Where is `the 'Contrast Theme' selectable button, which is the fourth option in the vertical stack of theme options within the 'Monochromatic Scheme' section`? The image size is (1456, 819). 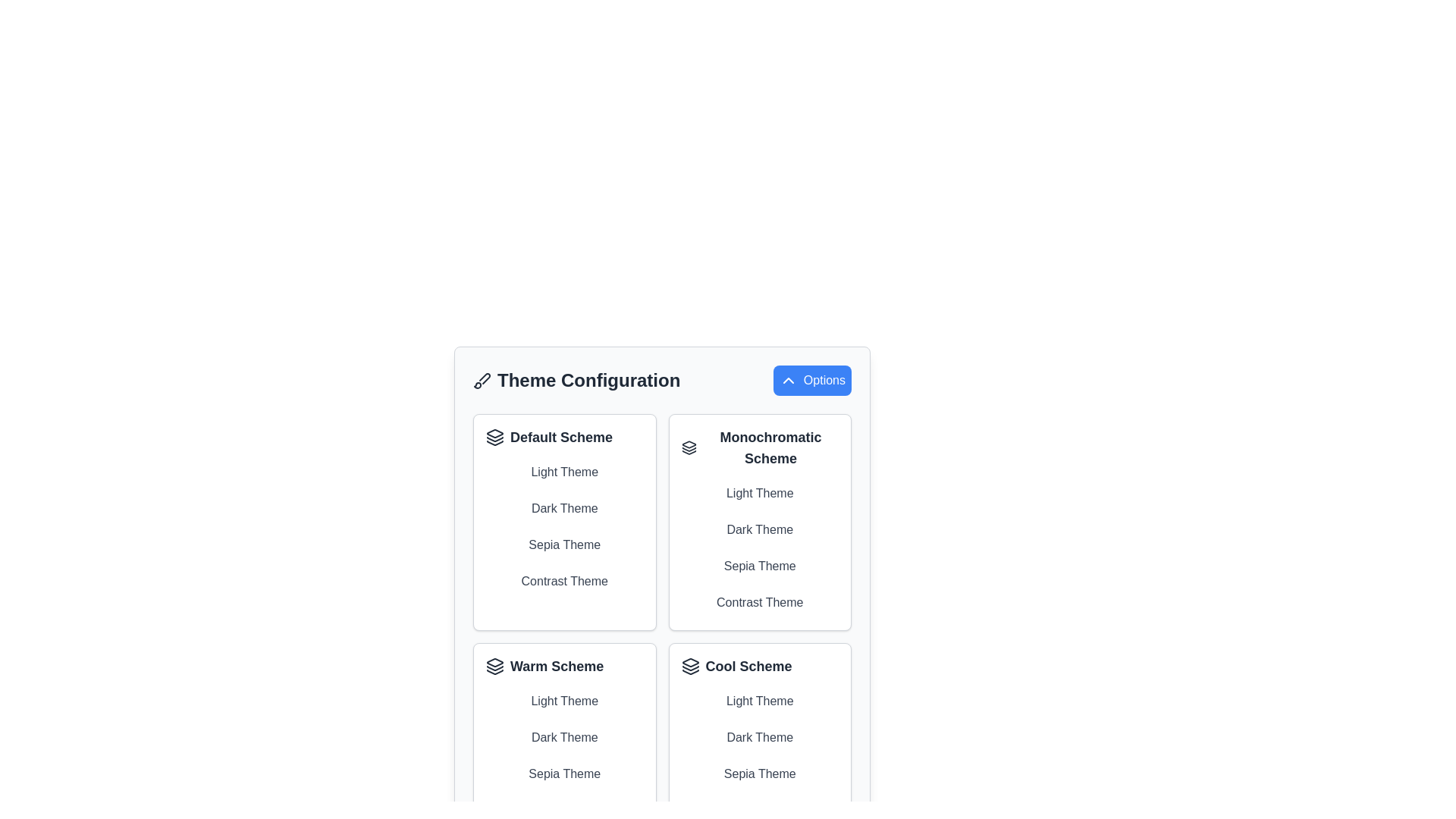 the 'Contrast Theme' selectable button, which is the fourth option in the vertical stack of theme options within the 'Monochromatic Scheme' section is located at coordinates (760, 601).